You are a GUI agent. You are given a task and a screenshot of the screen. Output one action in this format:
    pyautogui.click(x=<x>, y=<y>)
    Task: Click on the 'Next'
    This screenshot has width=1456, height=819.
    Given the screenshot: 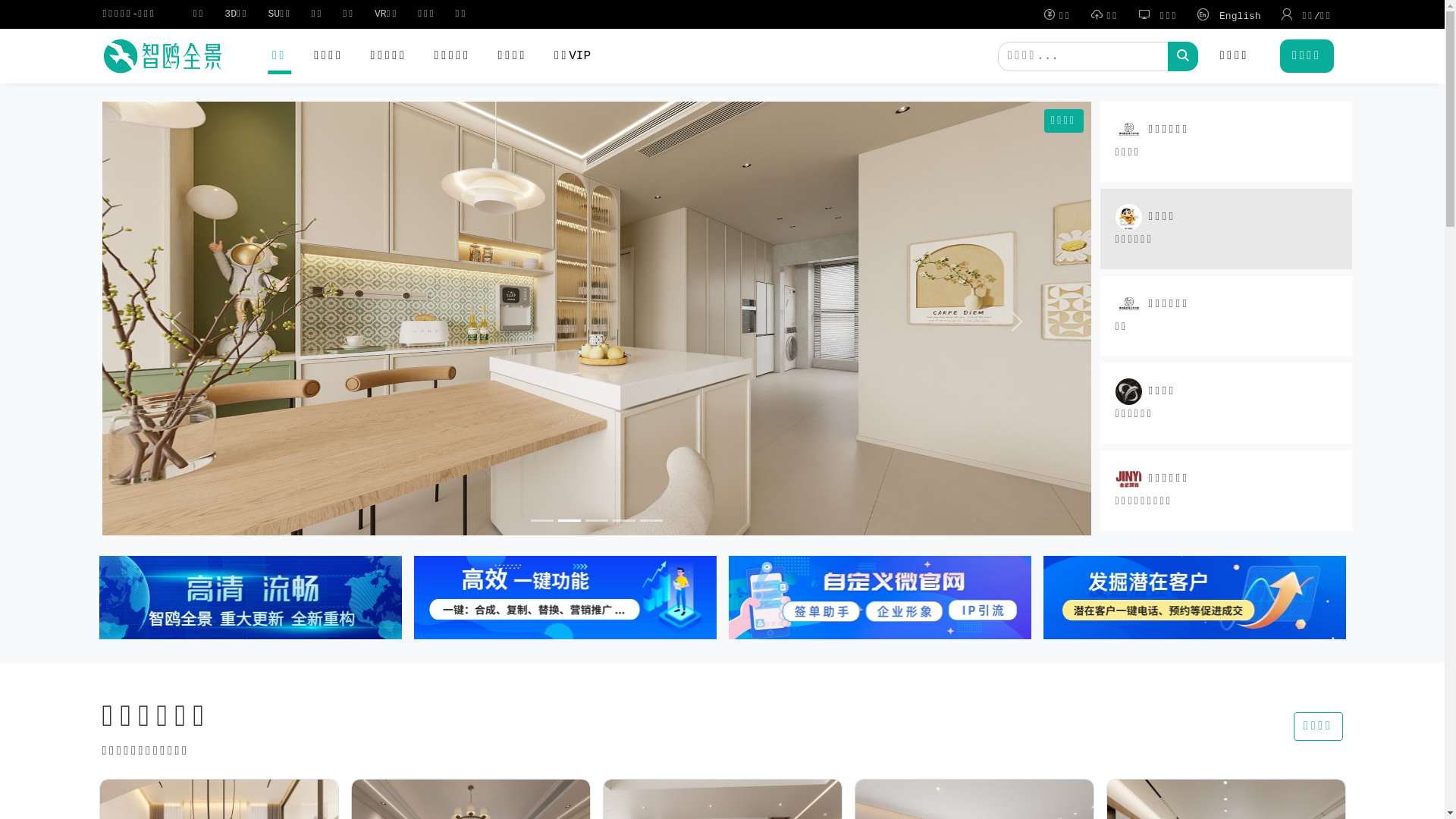 What is the action you would take?
    pyautogui.click(x=1016, y=321)
    